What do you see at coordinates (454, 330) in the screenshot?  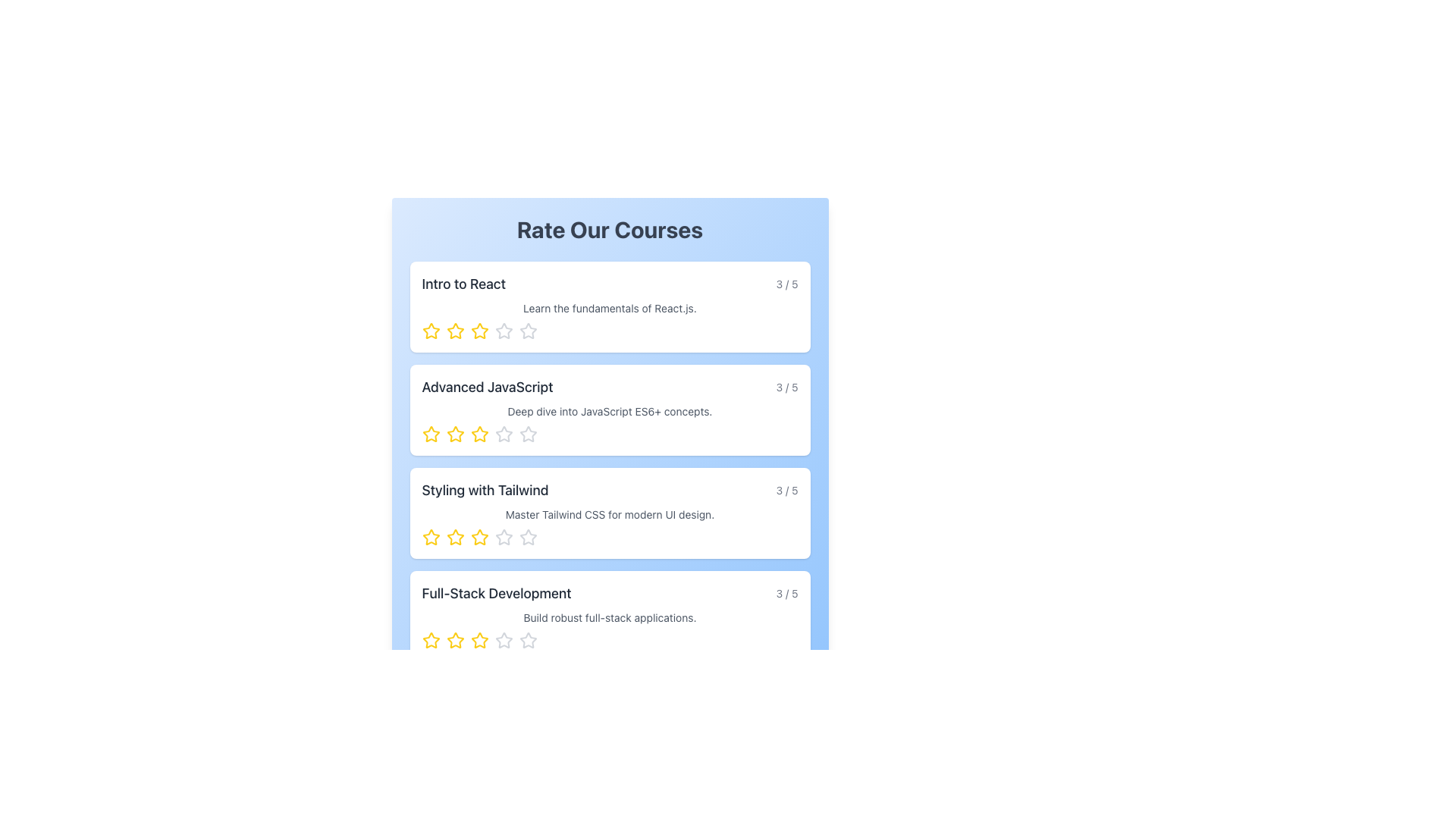 I see `the second star in the Star Rating Icon group to assign a 2-star rating for the 'Intro to React' course` at bounding box center [454, 330].